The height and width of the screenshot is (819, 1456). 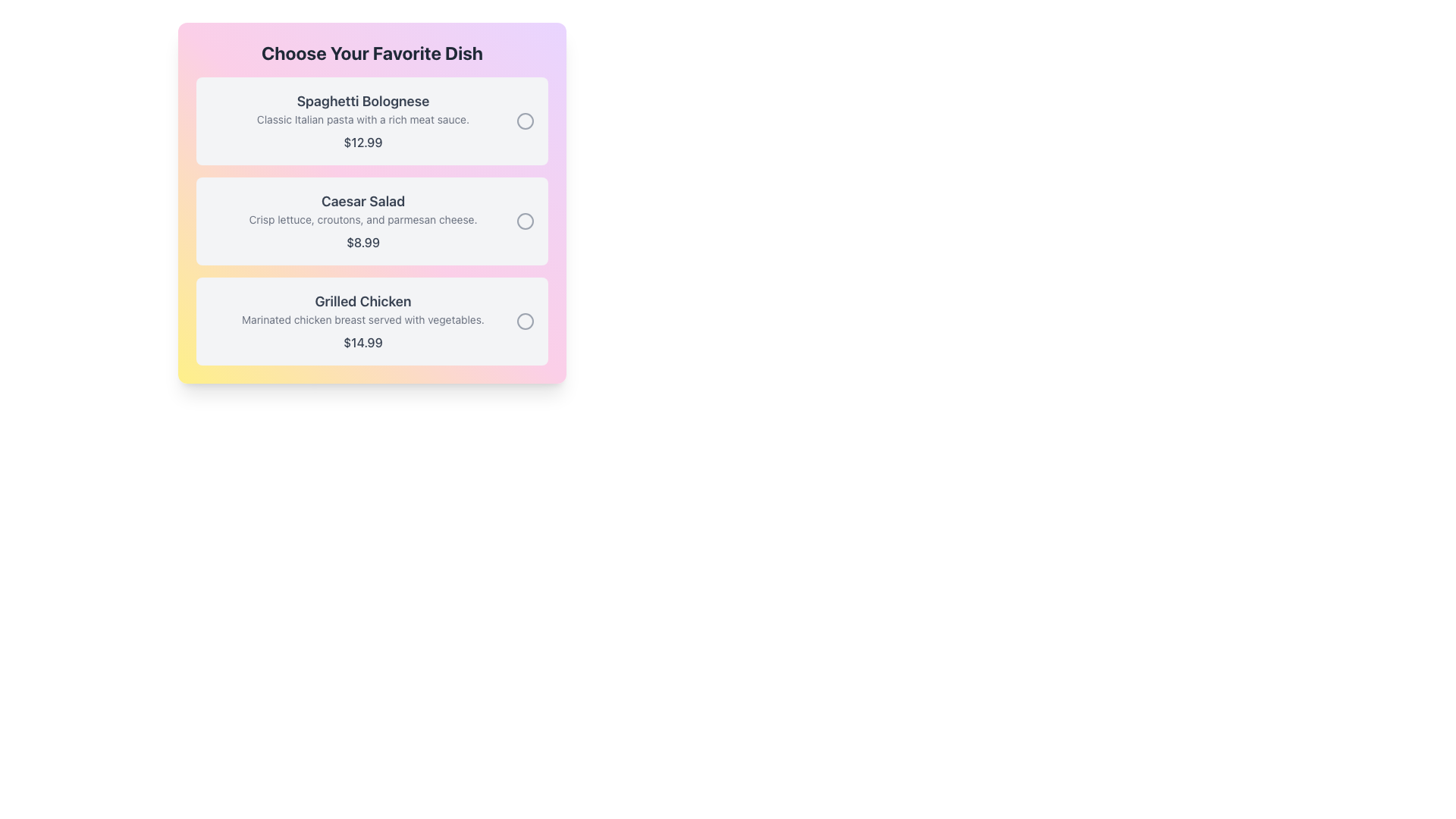 What do you see at coordinates (362, 318) in the screenshot?
I see `the static text element that provides additional details about the dish 'Grilled Chicken', located below the title and above the price in the menu` at bounding box center [362, 318].